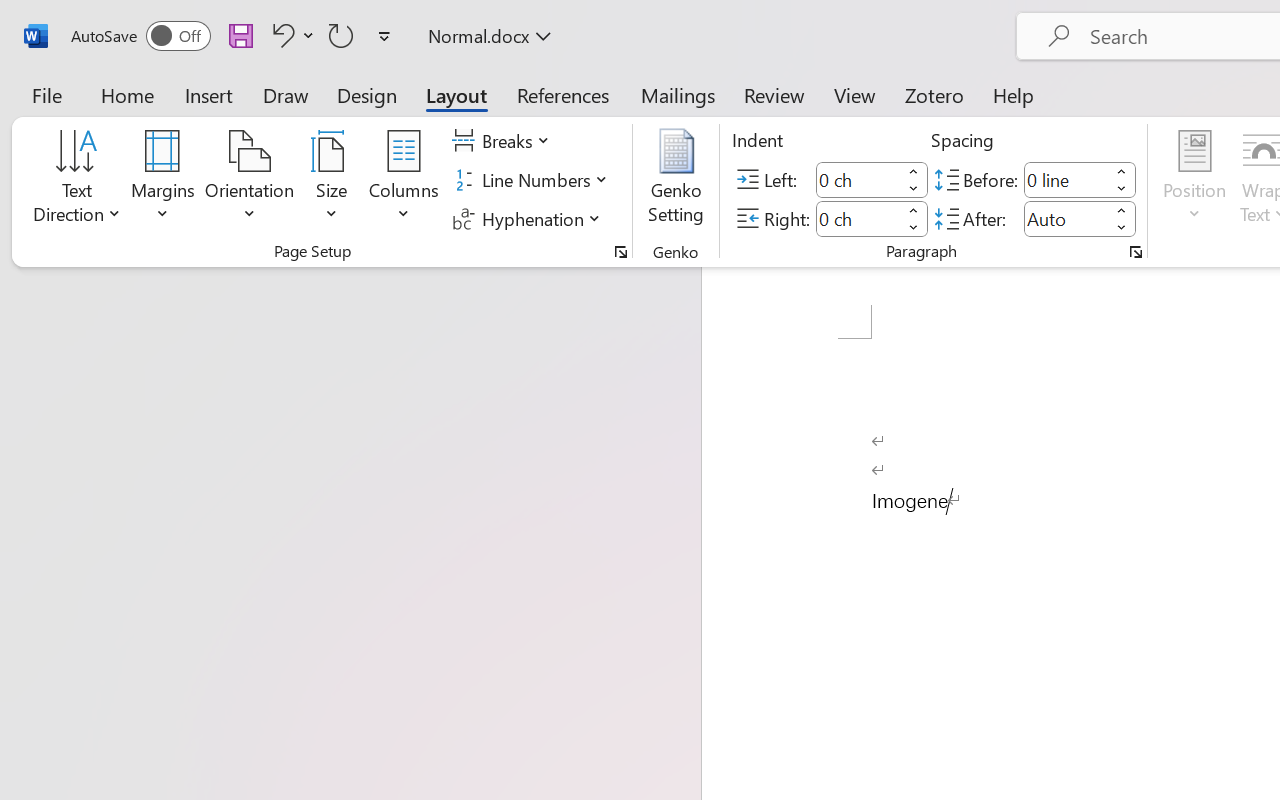 This screenshot has width=1280, height=800. Describe the element at coordinates (1136, 251) in the screenshot. I see `'Paragraph...'` at that location.